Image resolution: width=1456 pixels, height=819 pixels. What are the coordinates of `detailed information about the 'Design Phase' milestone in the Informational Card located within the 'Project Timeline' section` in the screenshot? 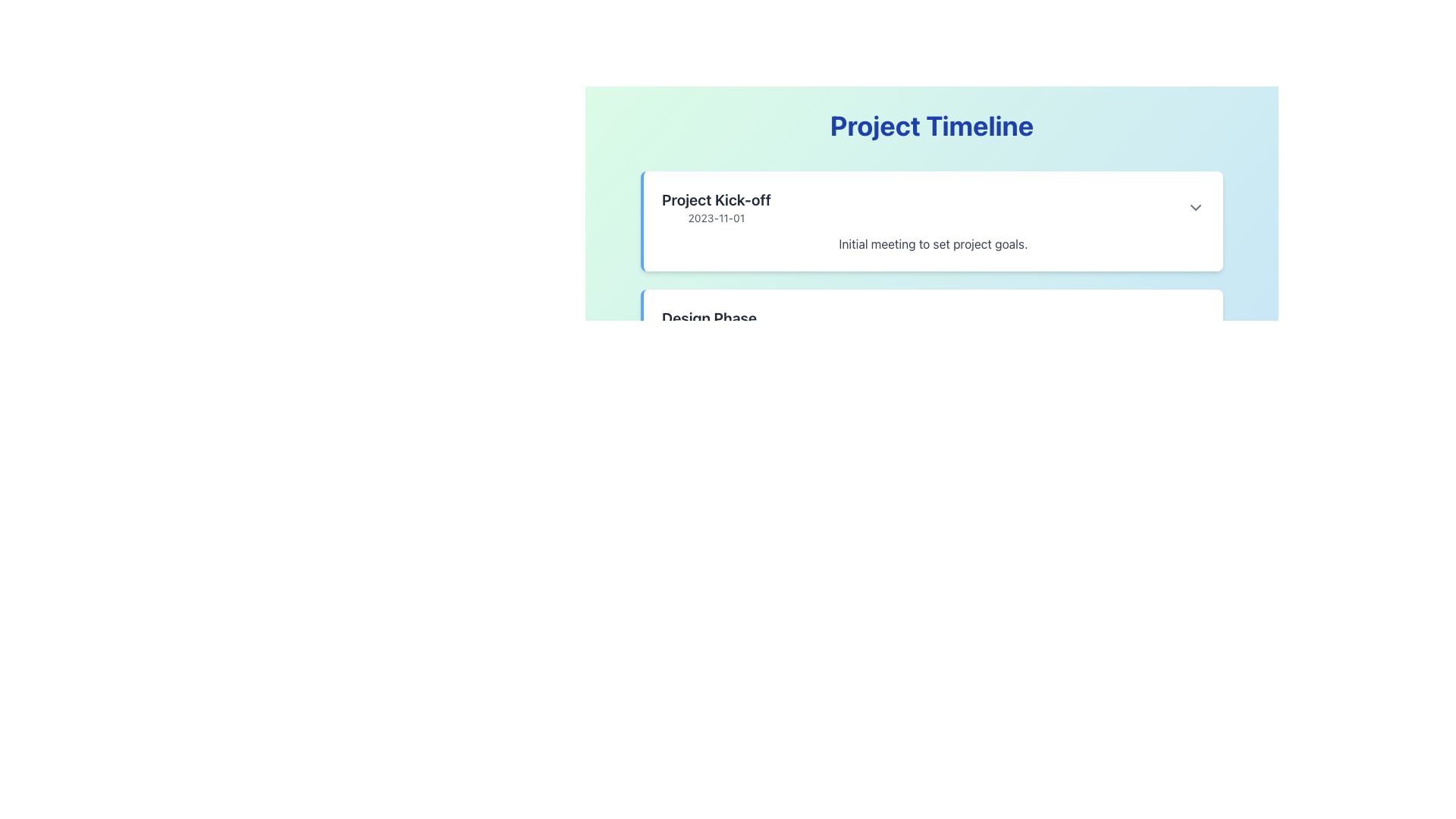 It's located at (930, 325).